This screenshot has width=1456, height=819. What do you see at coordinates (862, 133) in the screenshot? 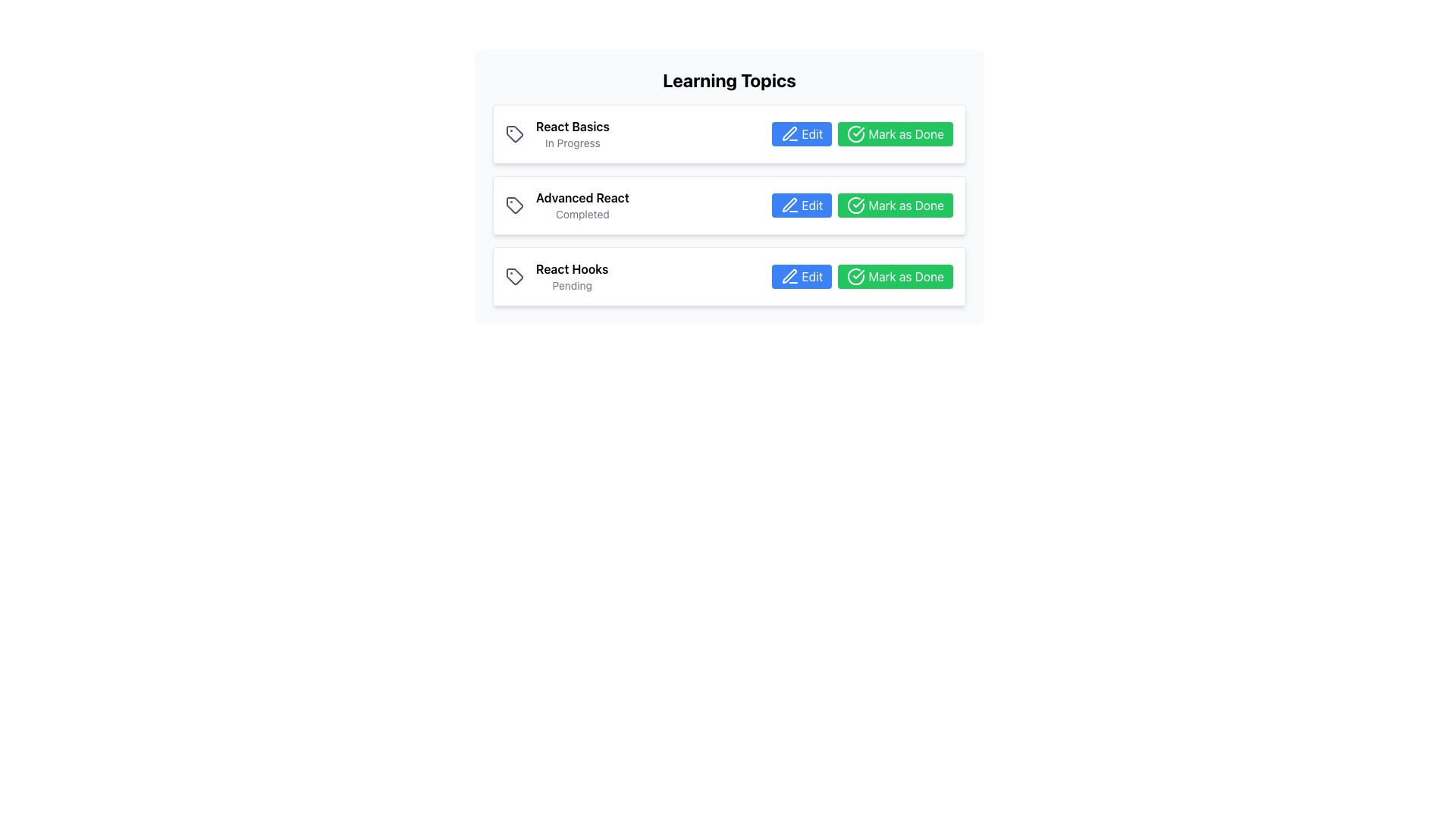
I see `the green 'Mark as Done' button with white text and a checkmark icon, located in the row for 'React Basics', to enable keyboard interaction` at bounding box center [862, 133].